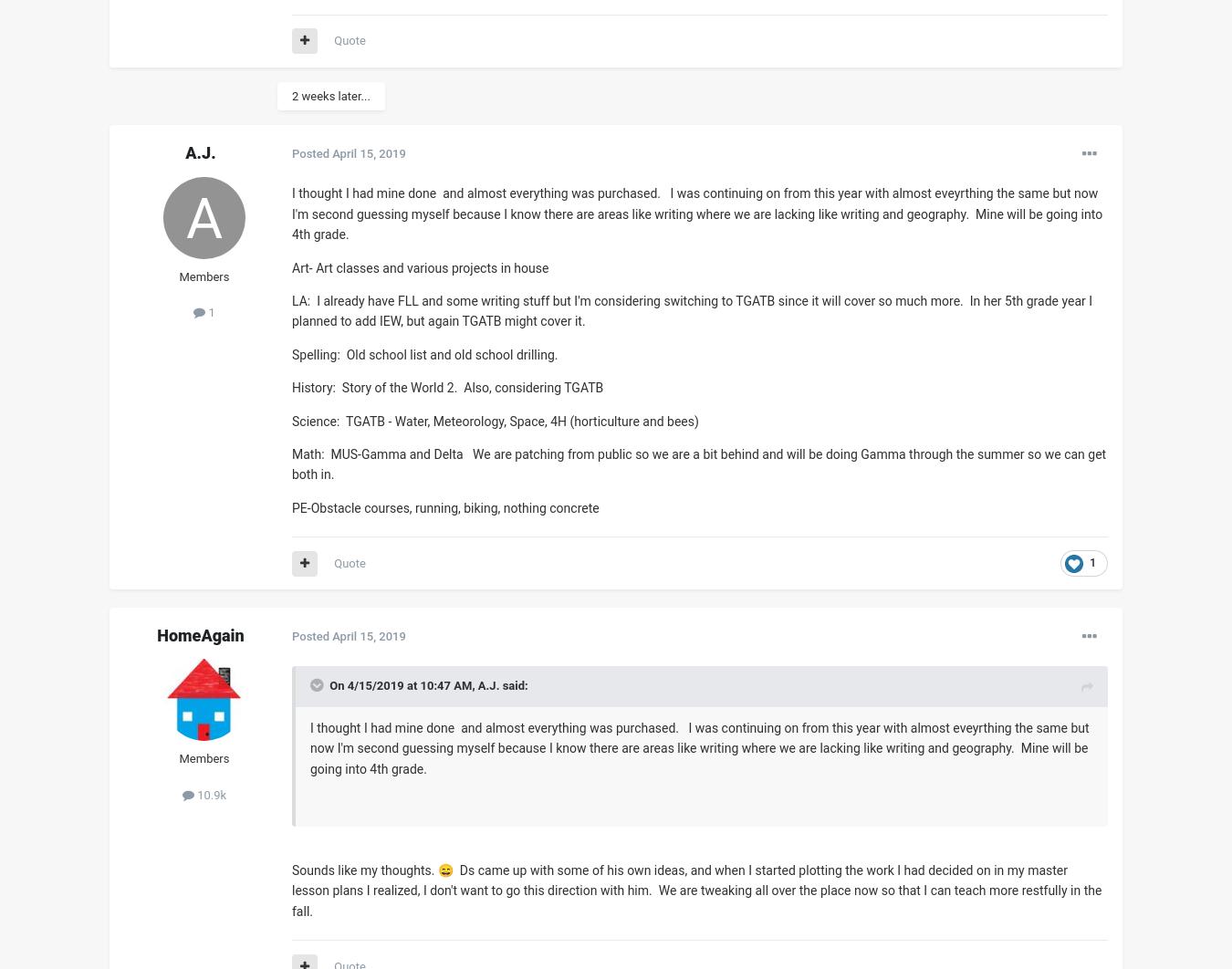  I want to click on 'said:', so click(512, 685).